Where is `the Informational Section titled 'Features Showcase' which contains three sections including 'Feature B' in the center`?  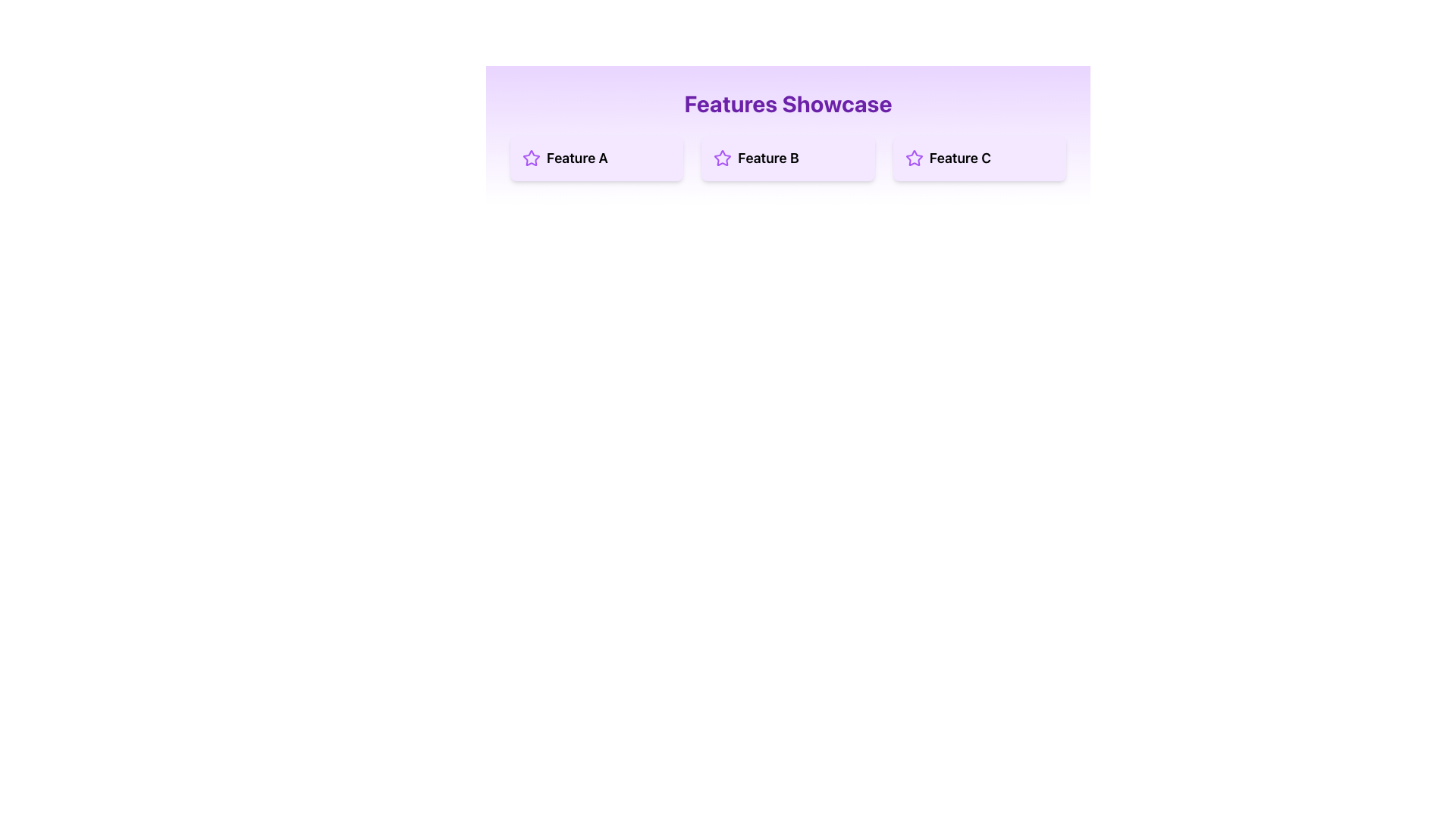 the Informational Section titled 'Features Showcase' which contains three sections including 'Feature B' in the center is located at coordinates (788, 134).